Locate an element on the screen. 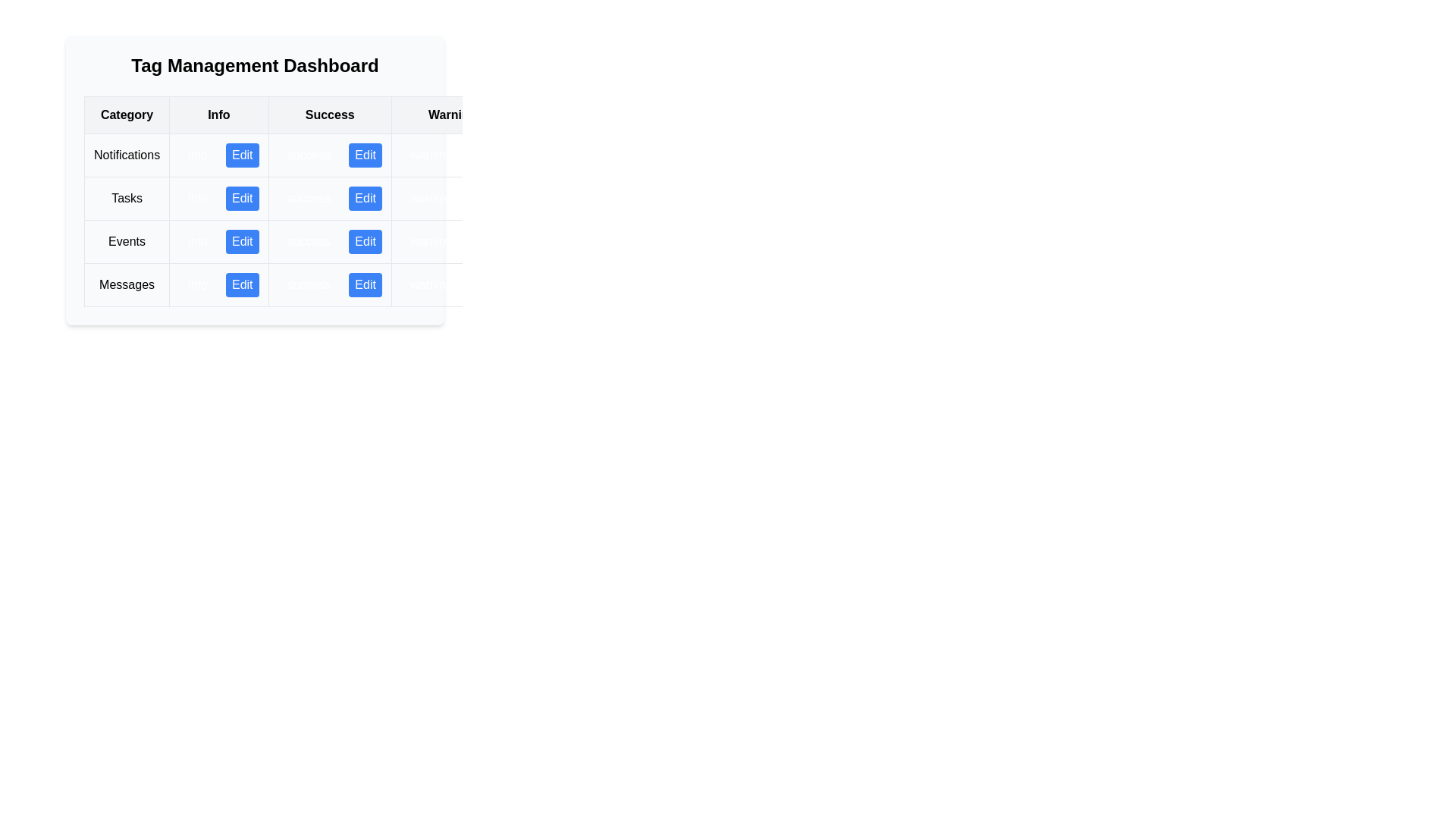 The width and height of the screenshot is (1456, 819). the 'Edit' button located in the first row of the table under the 'Info' column is located at coordinates (241, 155).